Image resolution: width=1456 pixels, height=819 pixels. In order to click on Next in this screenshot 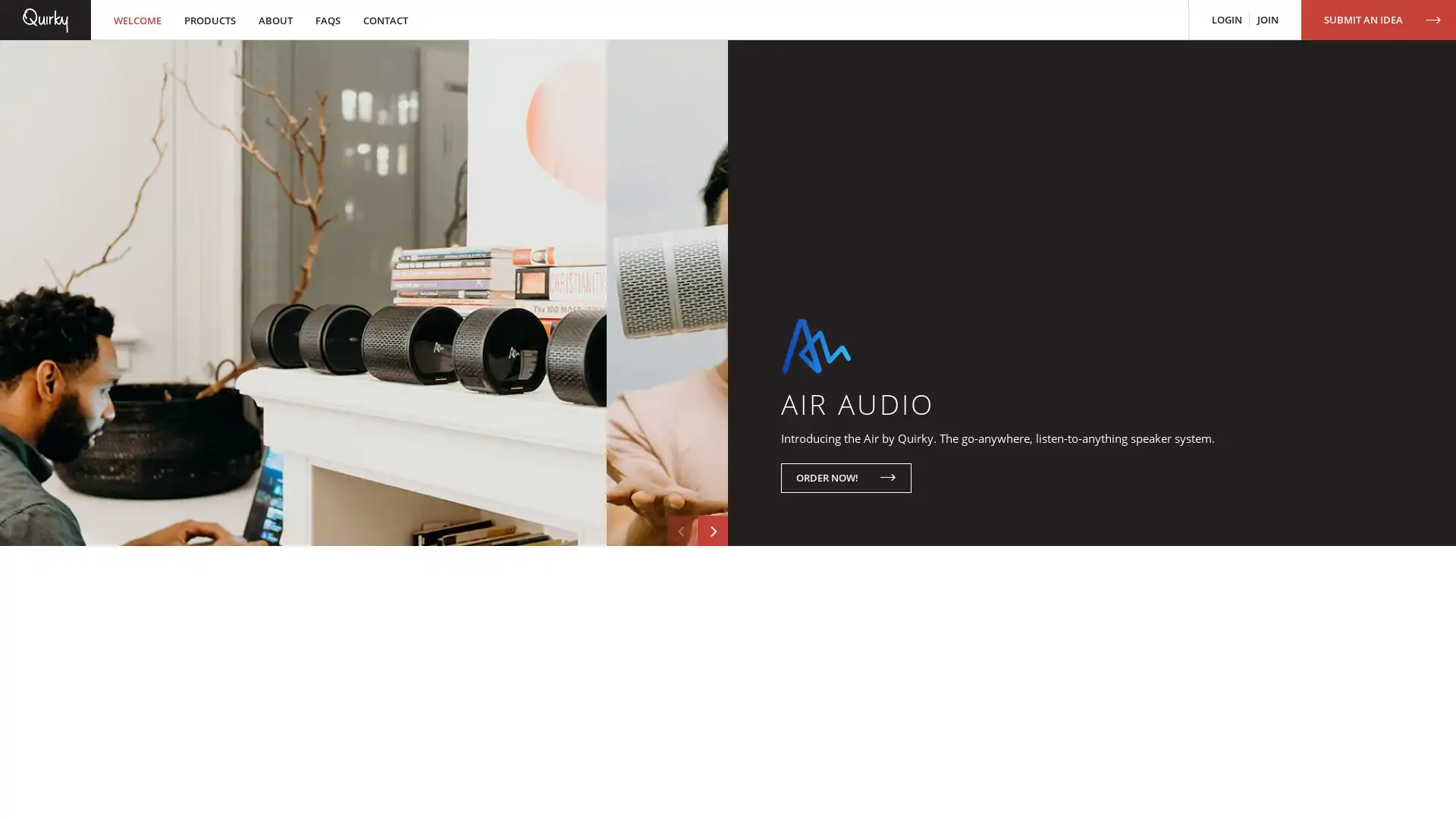, I will do `click(712, 632)`.